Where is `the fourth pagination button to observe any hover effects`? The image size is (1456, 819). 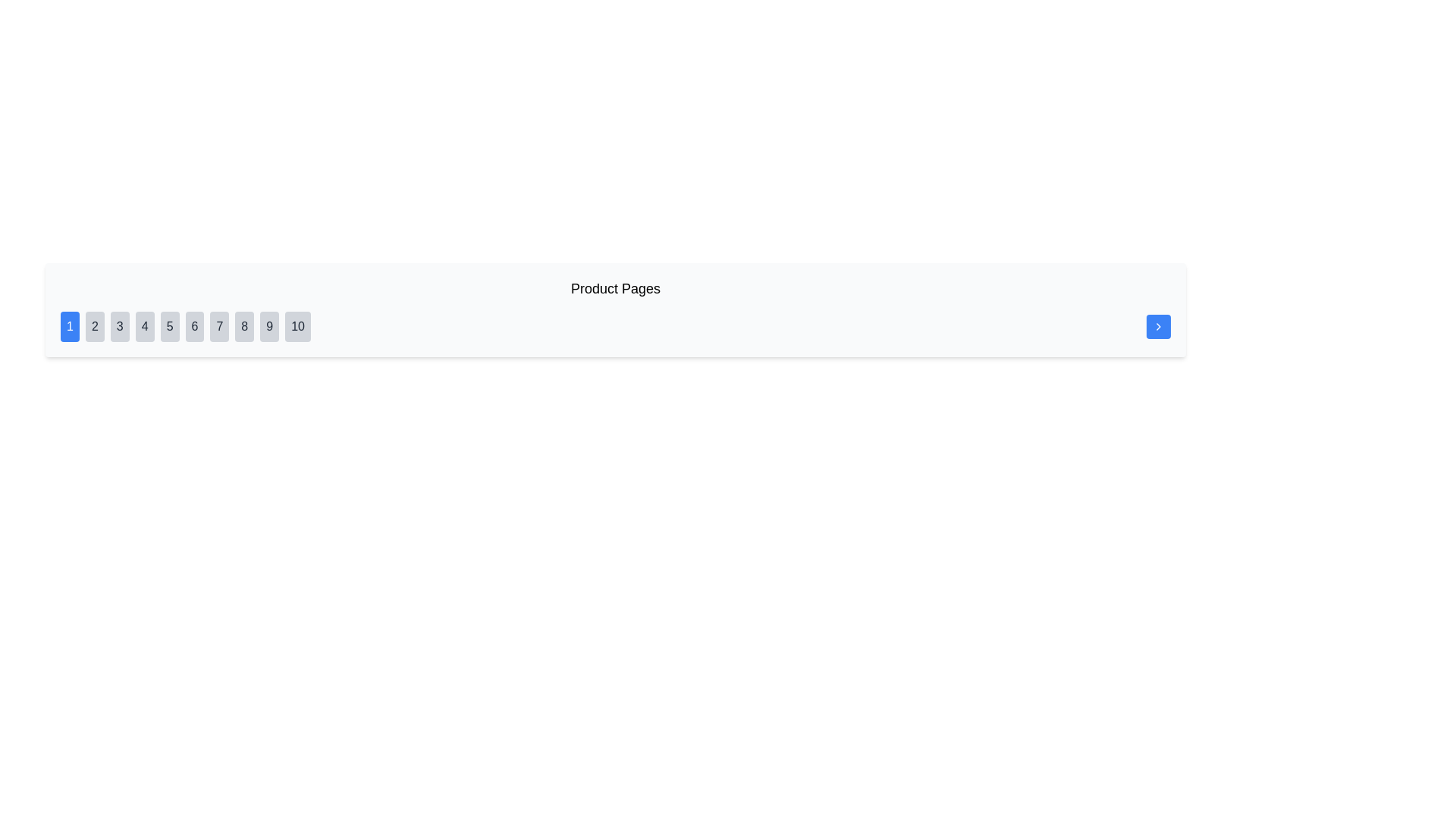 the fourth pagination button to observe any hover effects is located at coordinates (145, 326).